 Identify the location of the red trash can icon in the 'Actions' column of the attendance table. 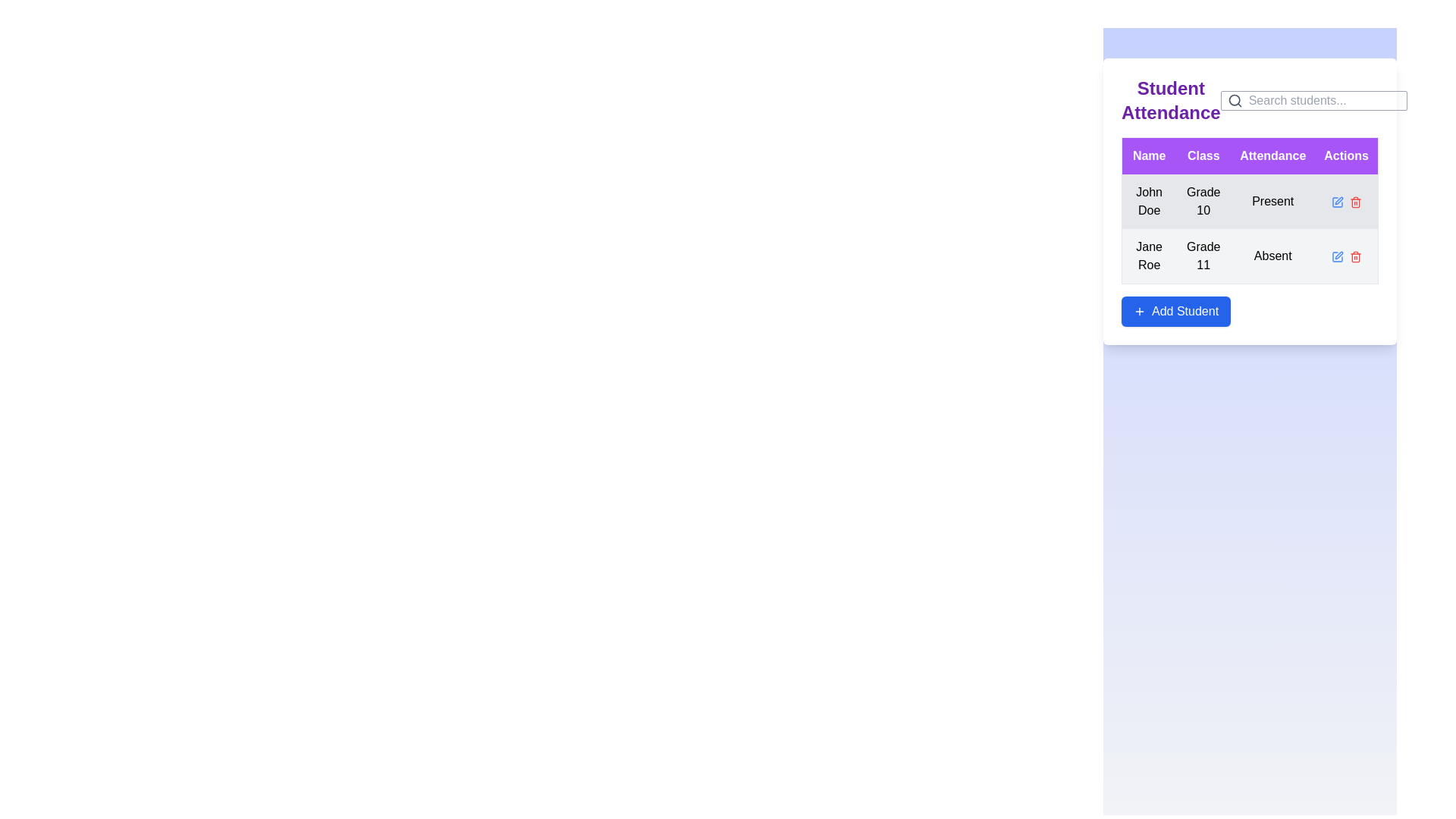
(1355, 256).